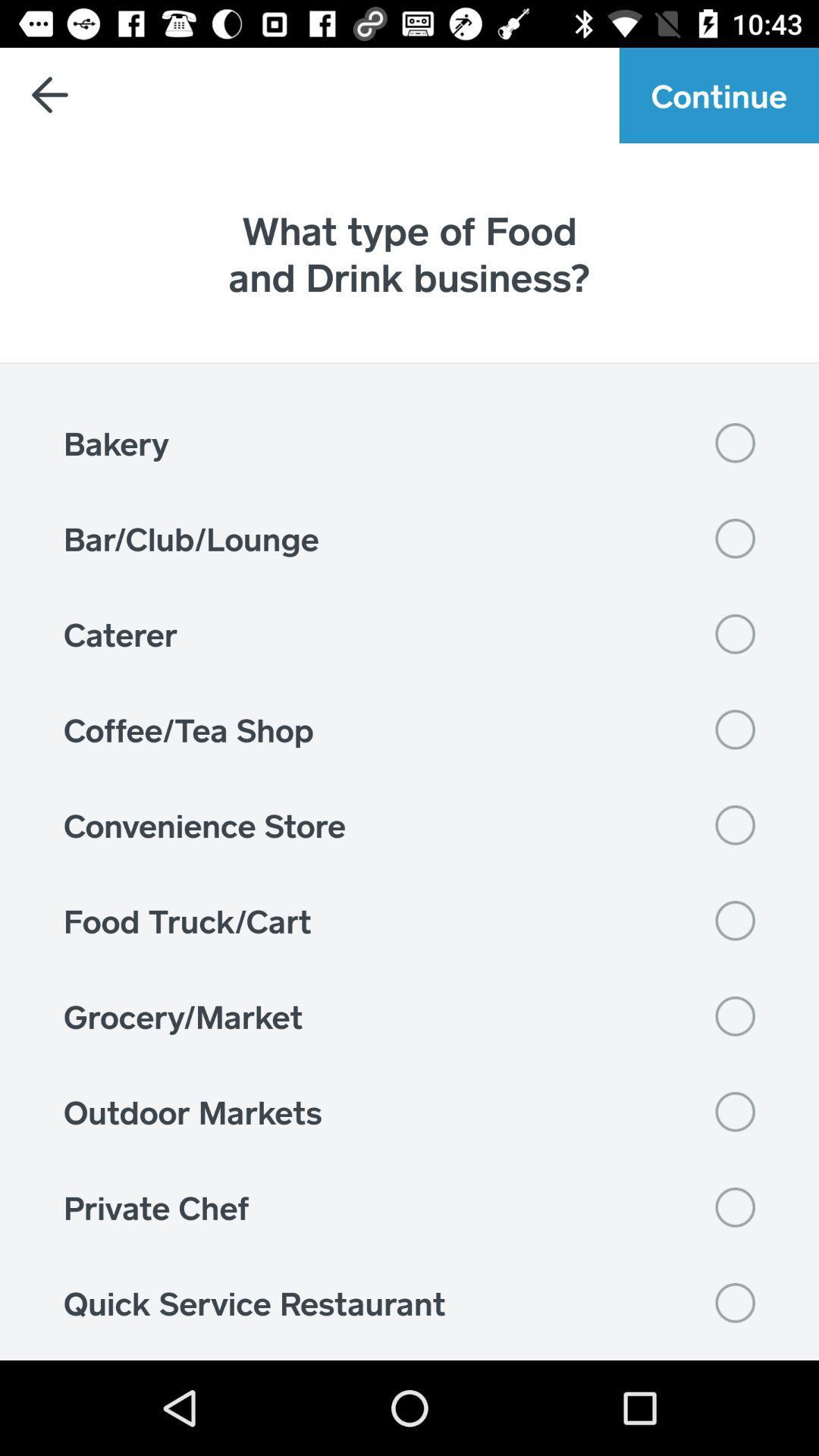  I want to click on the food truck/cart, so click(409, 920).